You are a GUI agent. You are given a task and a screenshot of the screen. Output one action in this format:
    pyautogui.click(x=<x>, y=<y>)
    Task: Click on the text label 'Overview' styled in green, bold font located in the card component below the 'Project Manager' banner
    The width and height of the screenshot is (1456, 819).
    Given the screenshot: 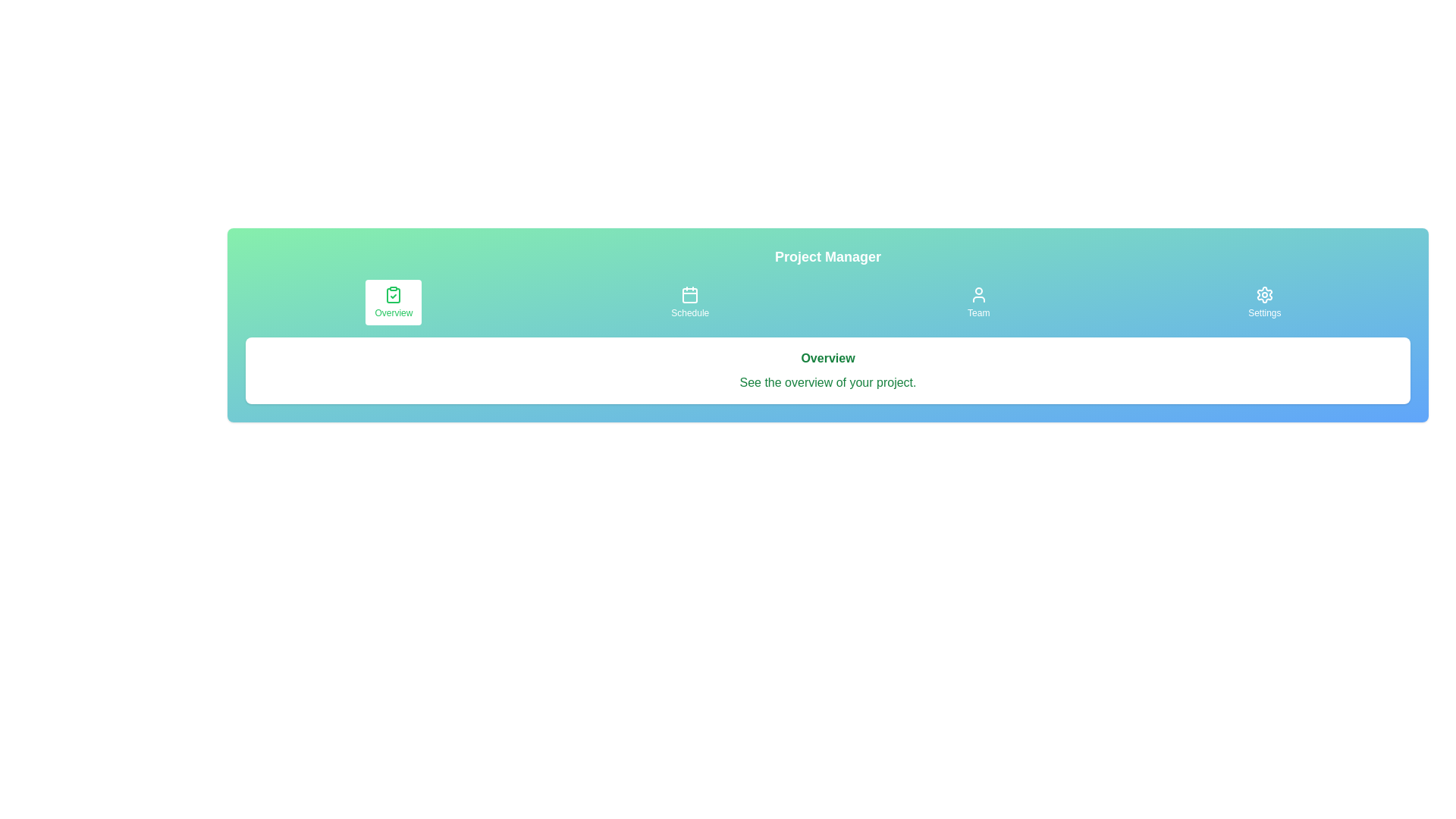 What is the action you would take?
    pyautogui.click(x=827, y=359)
    